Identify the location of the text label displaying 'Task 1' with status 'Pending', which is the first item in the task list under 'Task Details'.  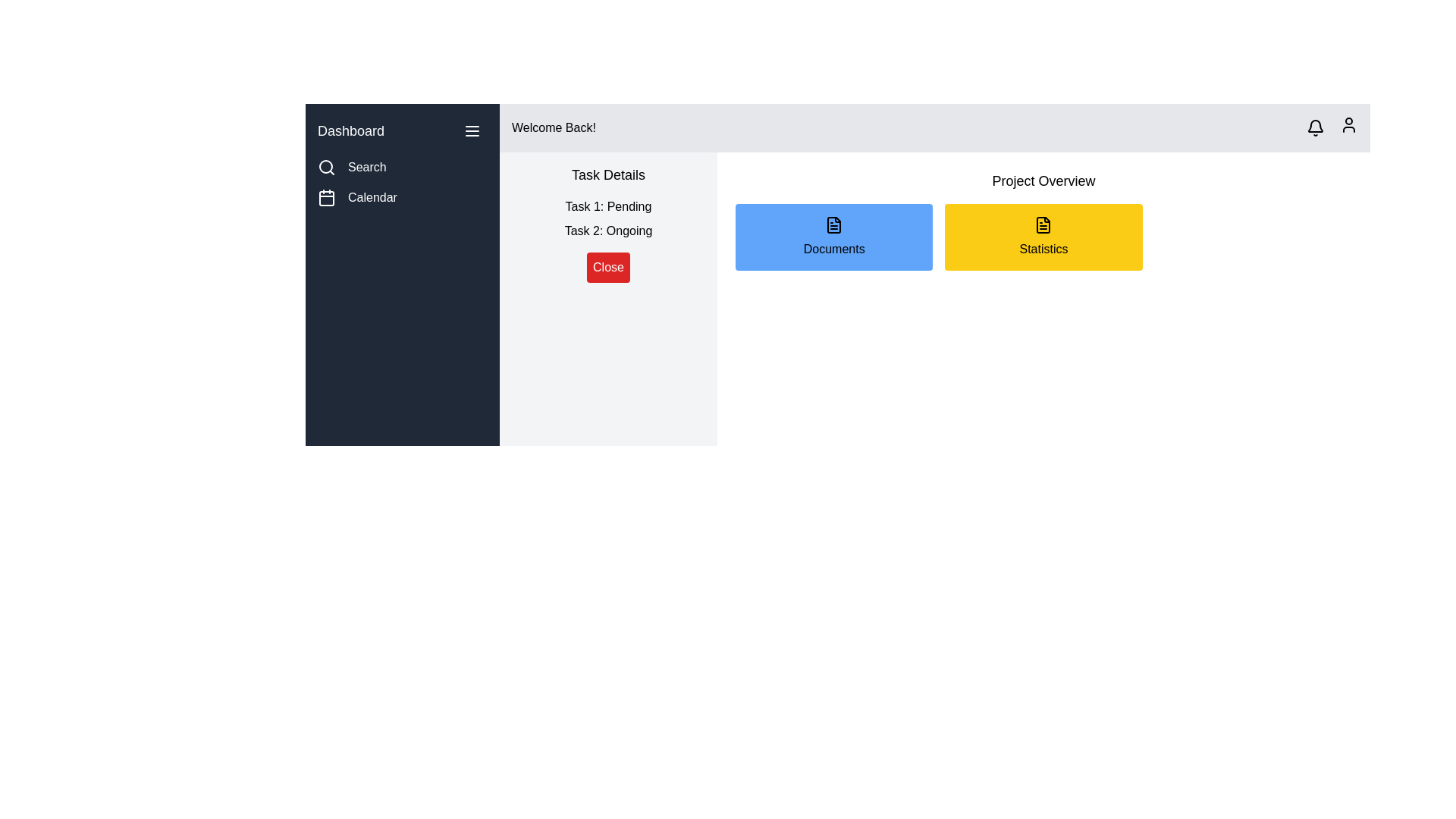
(608, 207).